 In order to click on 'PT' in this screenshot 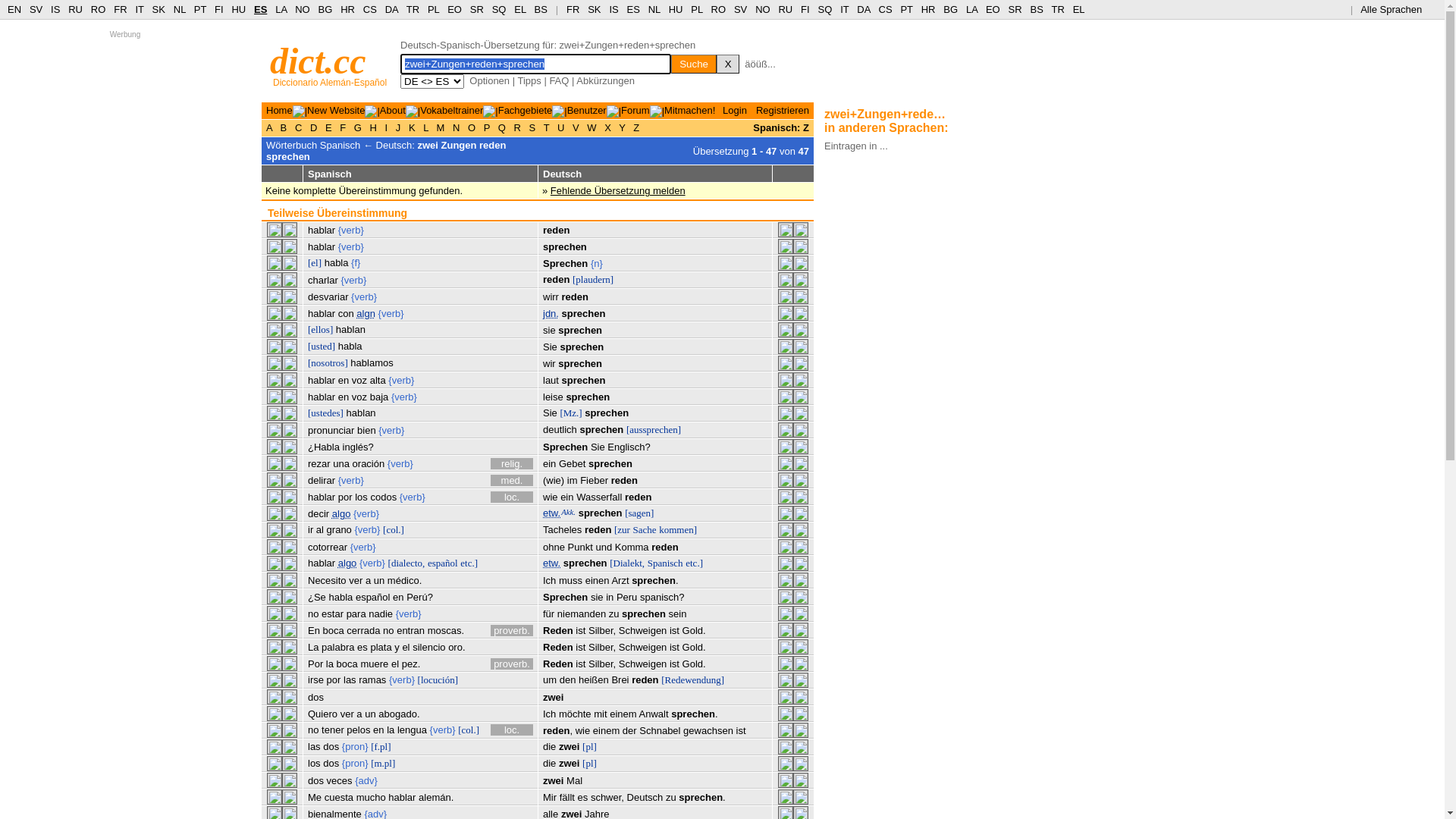, I will do `click(199, 9)`.